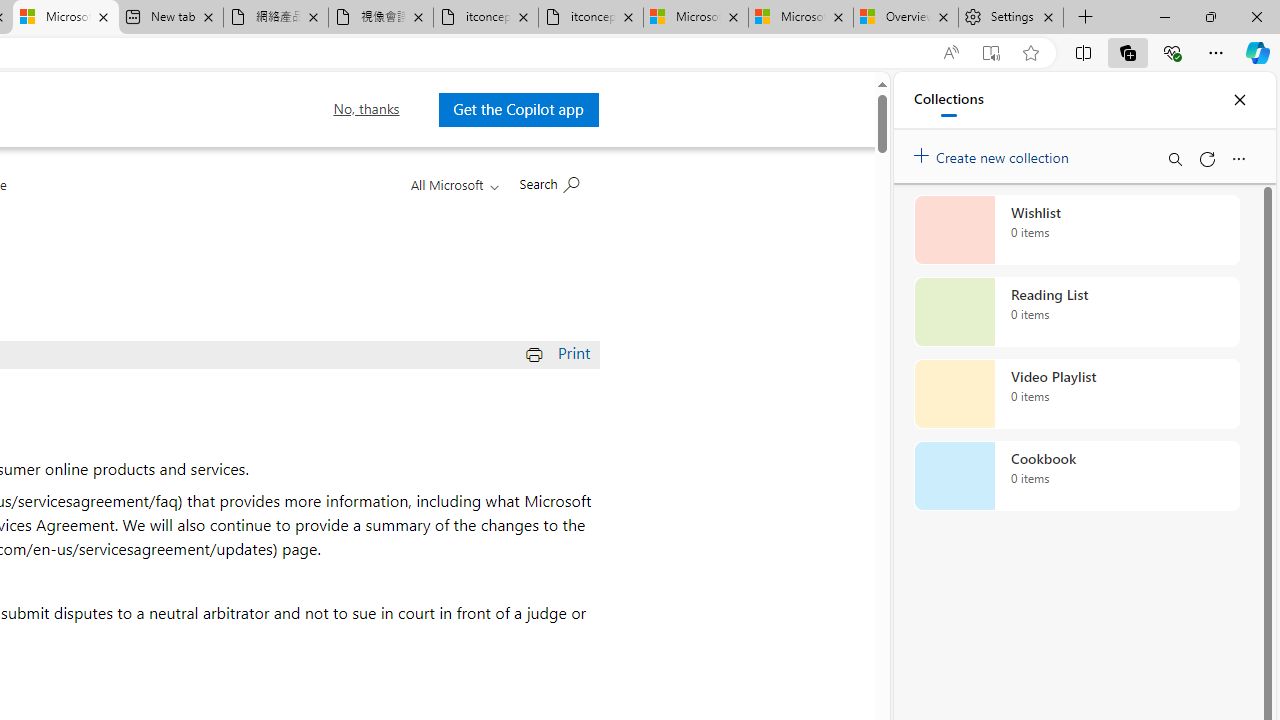 This screenshot has height=720, width=1280. I want to click on 'Video Playlist collection, 0 items', so click(1076, 394).